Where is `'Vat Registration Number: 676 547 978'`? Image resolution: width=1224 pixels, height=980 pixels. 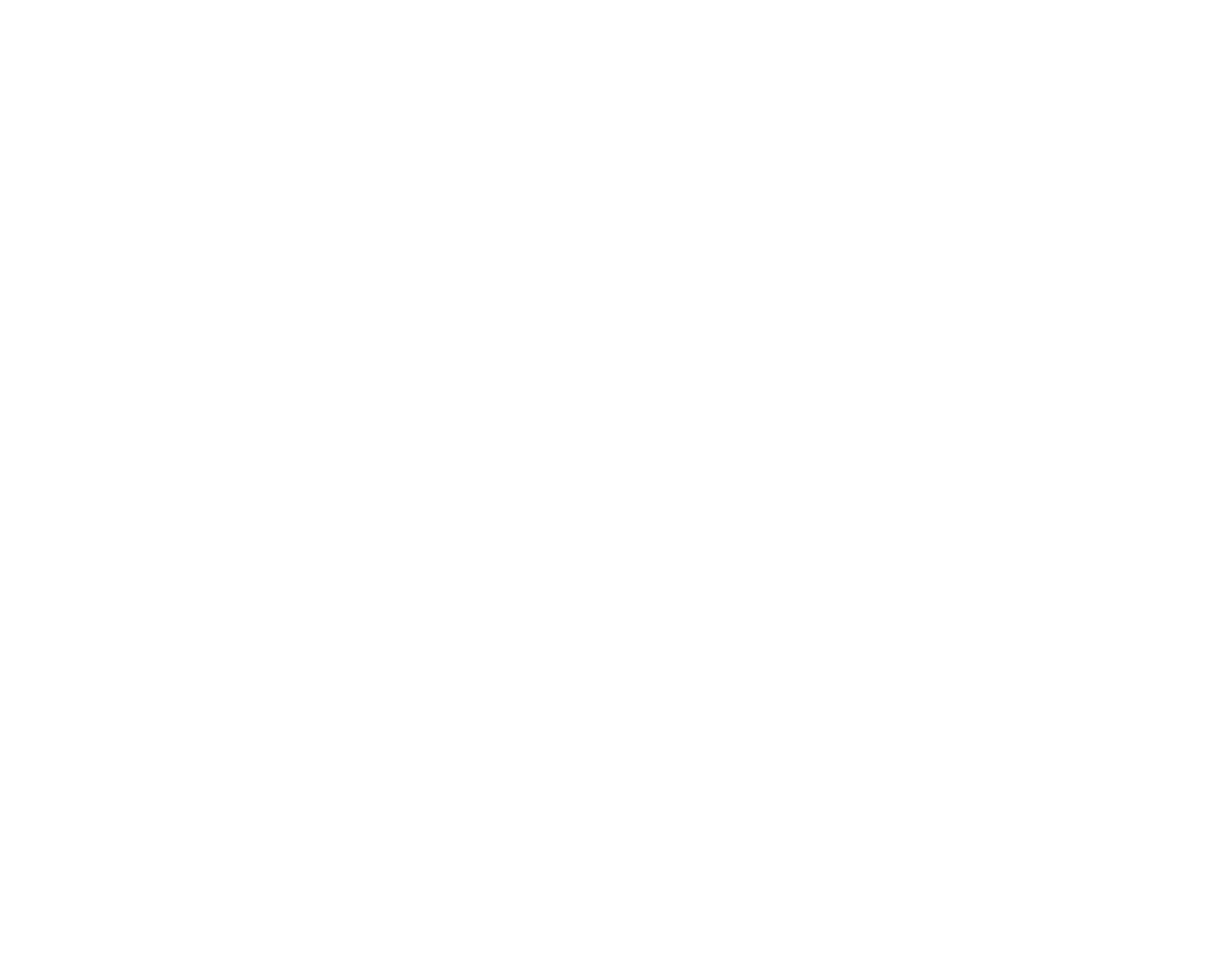 'Vat Registration Number: 676 547 978' is located at coordinates (107, 365).